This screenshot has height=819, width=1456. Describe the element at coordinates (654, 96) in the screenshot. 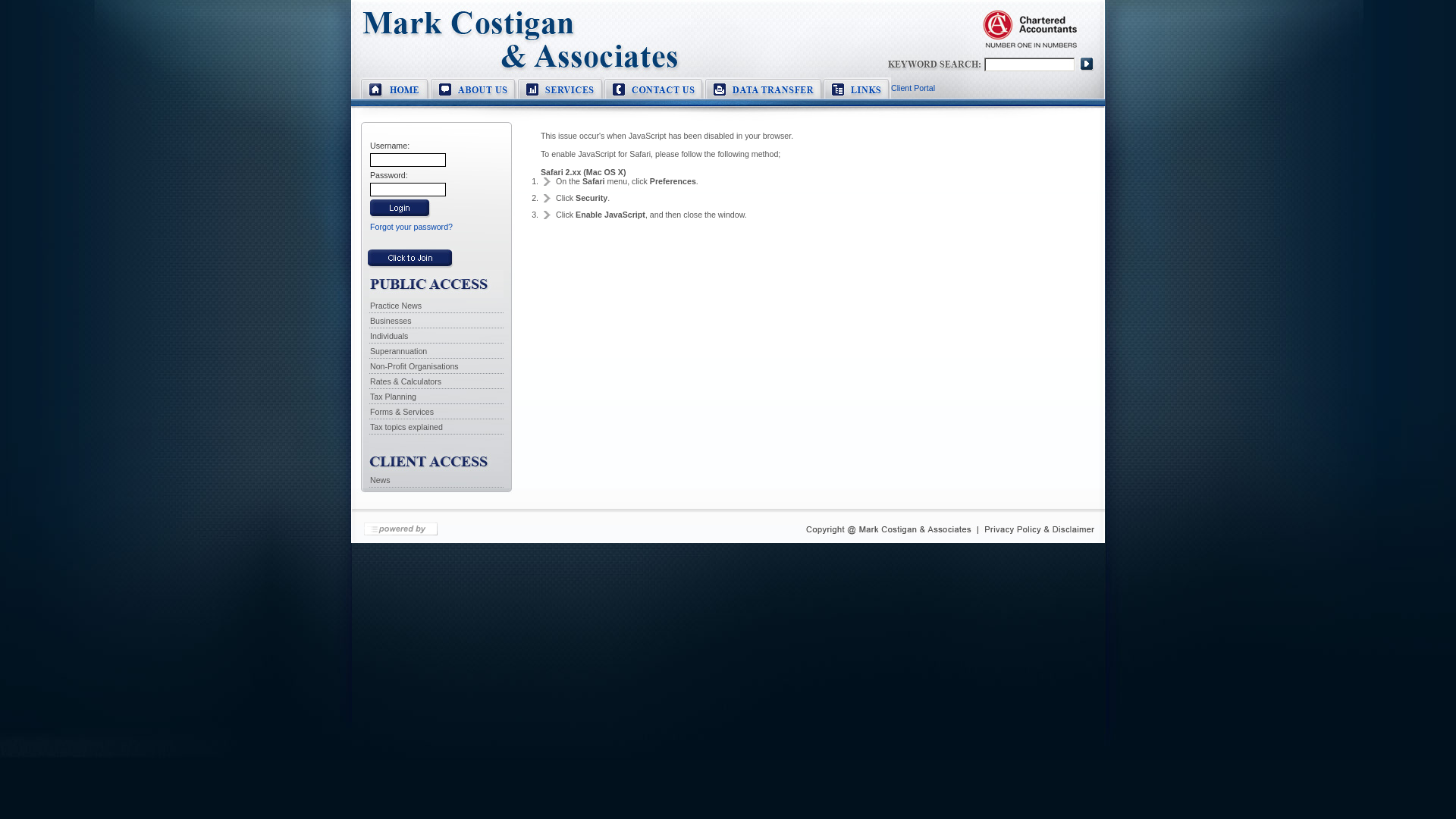

I see `'Contact Us'` at that location.